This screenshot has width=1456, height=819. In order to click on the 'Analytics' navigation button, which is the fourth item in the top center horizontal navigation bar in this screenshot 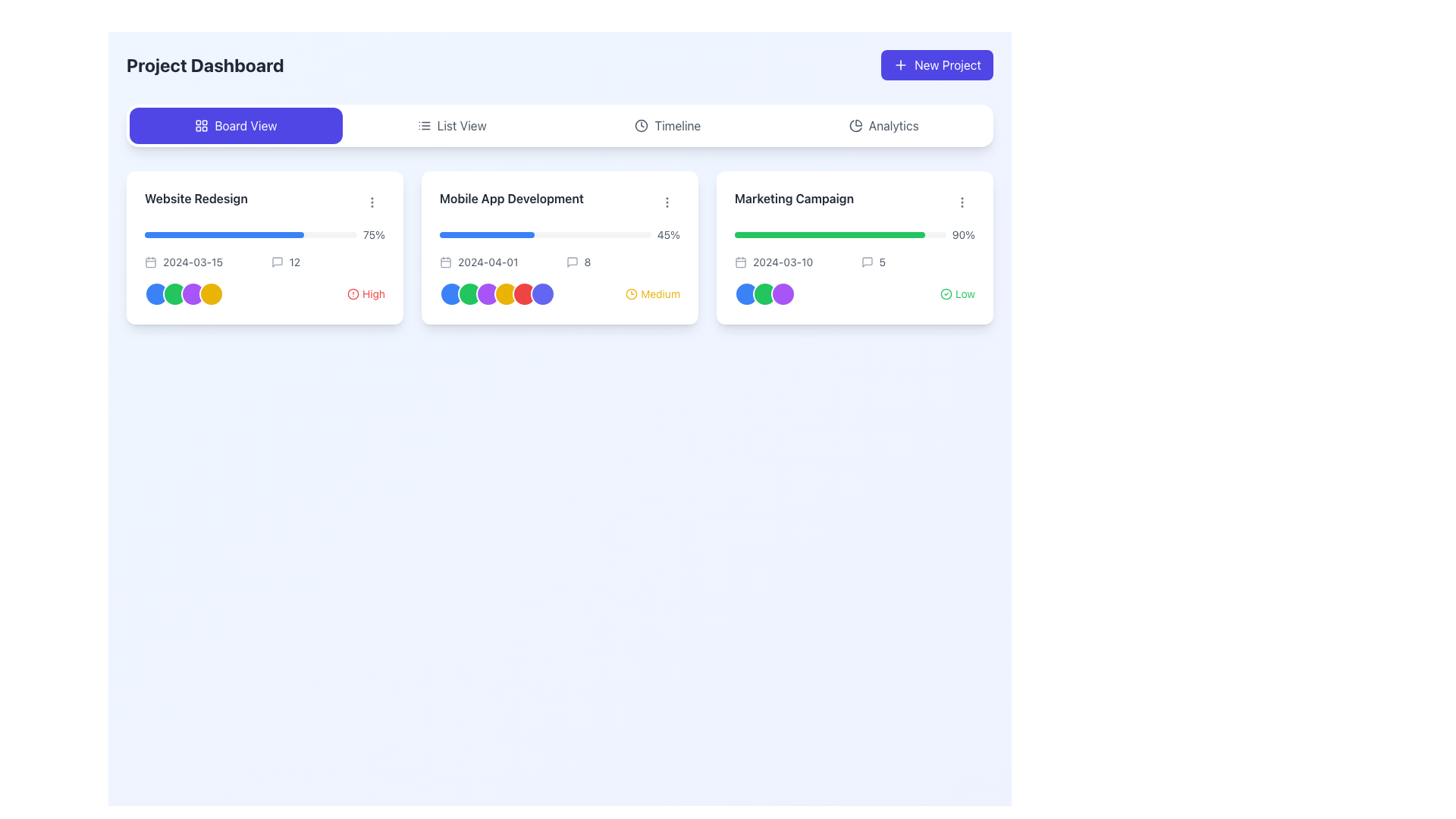, I will do `click(883, 124)`.